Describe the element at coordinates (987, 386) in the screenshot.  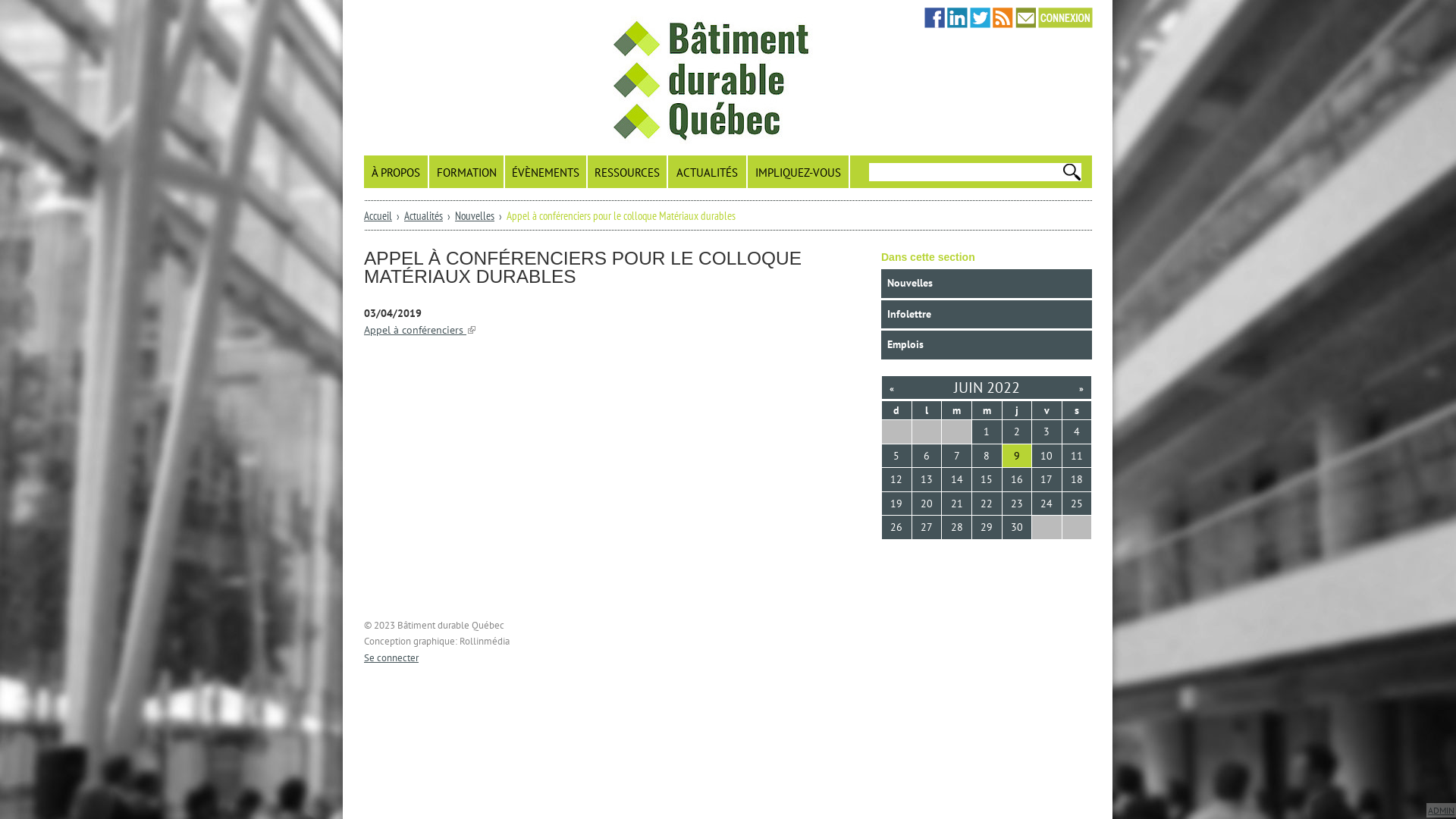
I see `'JUIN 2022'` at that location.